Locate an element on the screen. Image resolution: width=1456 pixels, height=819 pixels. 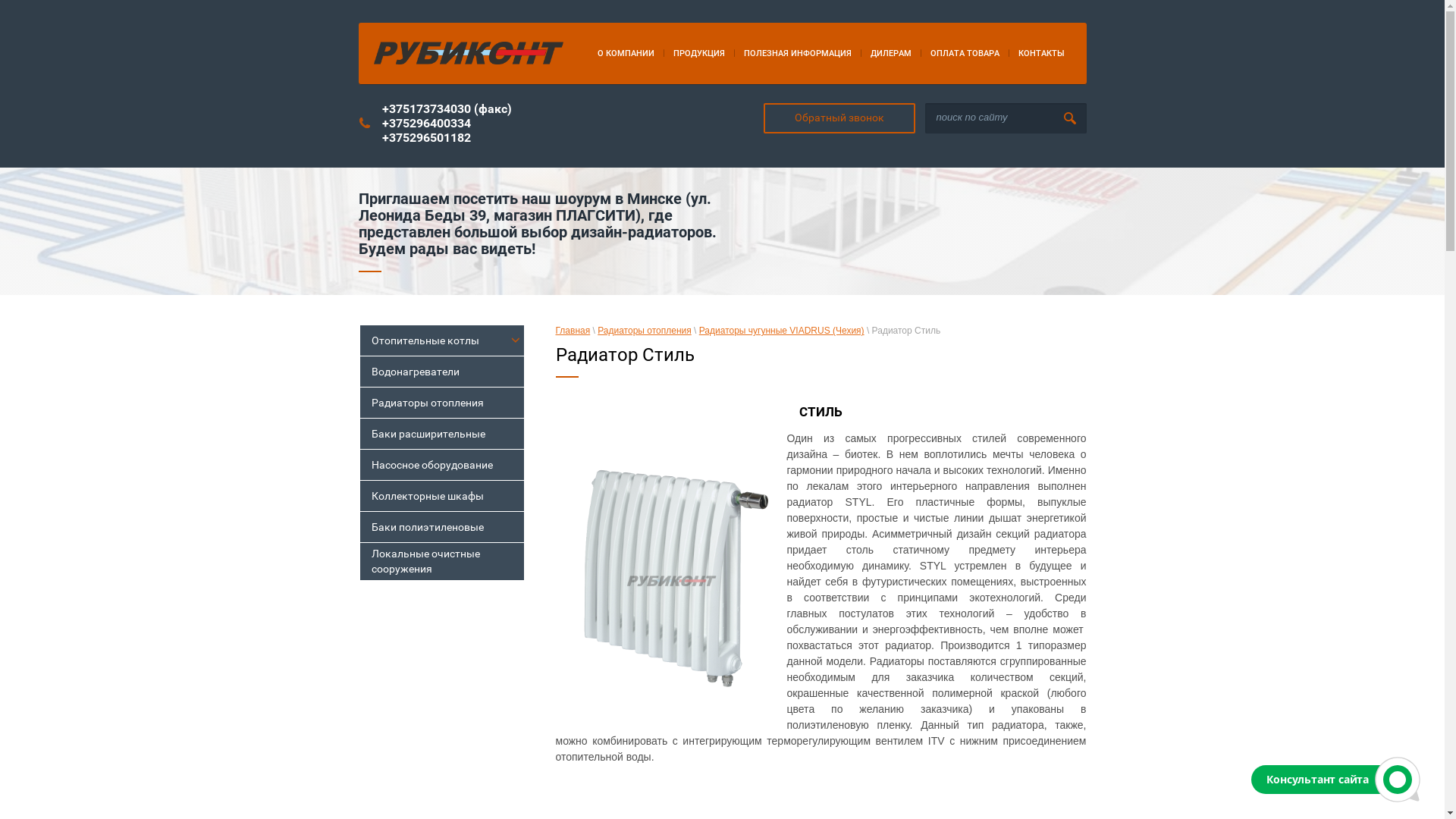
'+375296501182' is located at coordinates (425, 137).